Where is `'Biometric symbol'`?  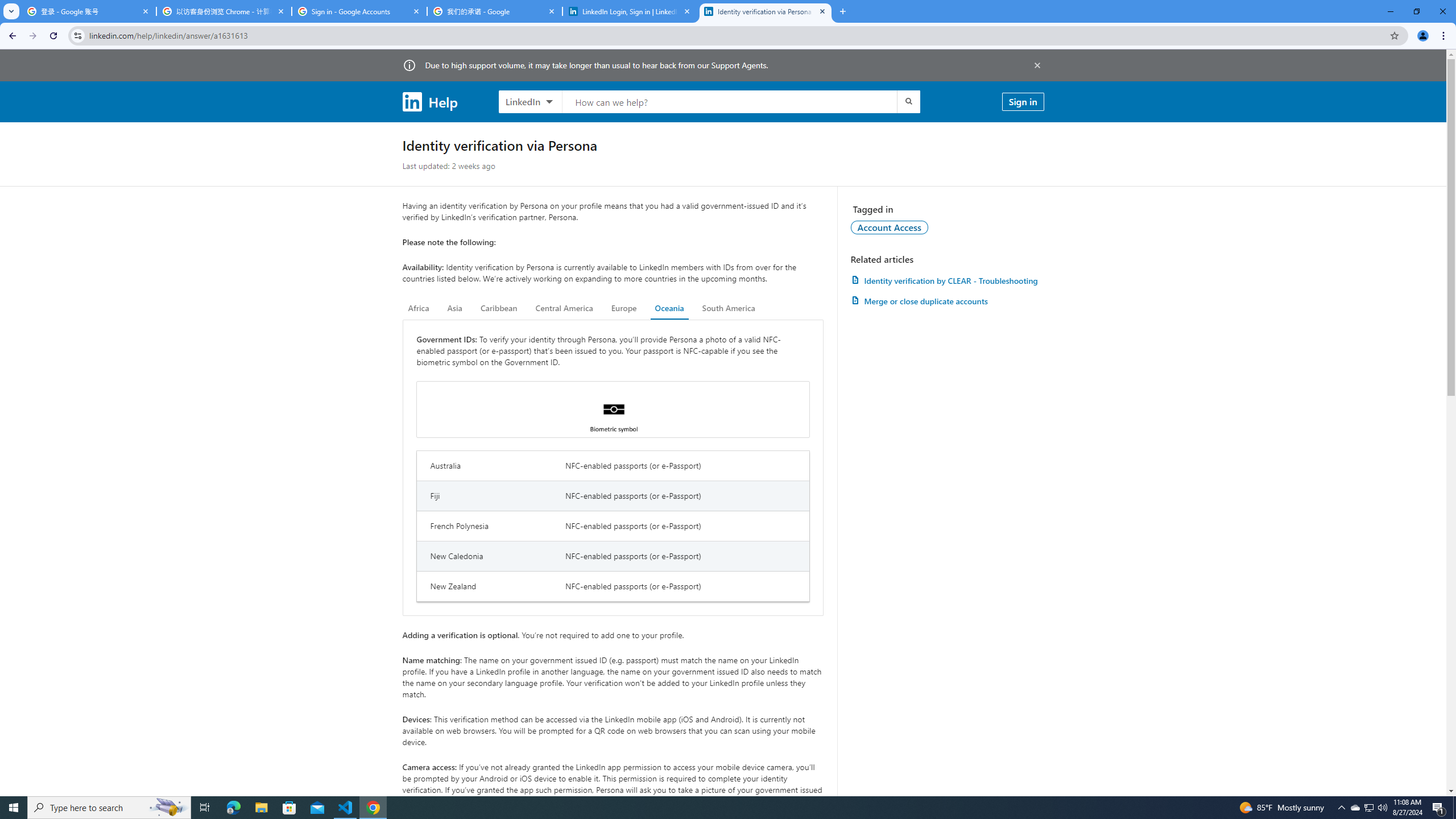
'Biometric symbol' is located at coordinates (612, 409).